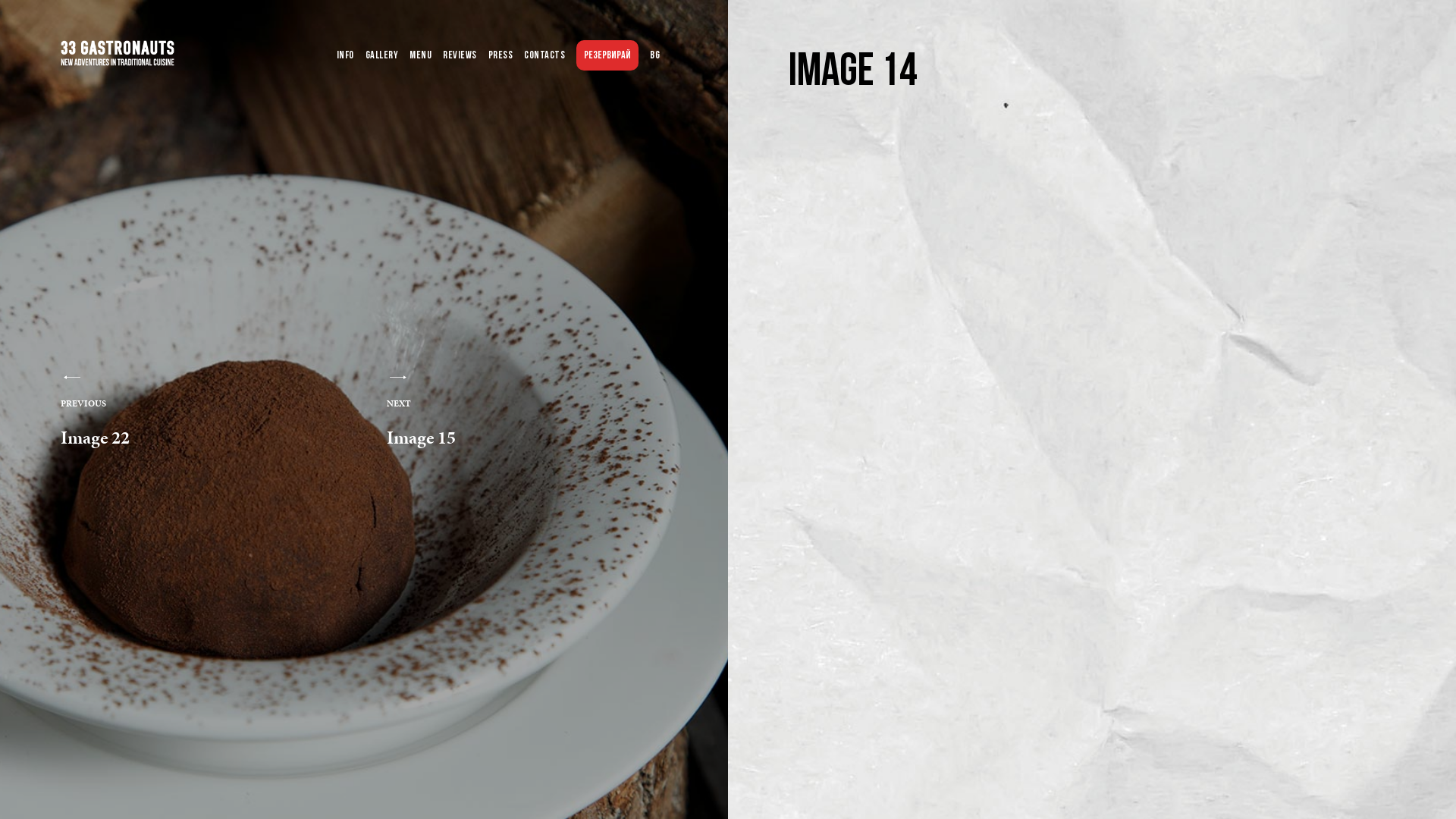  Describe the element at coordinates (500, 55) in the screenshot. I see `'Press'` at that location.